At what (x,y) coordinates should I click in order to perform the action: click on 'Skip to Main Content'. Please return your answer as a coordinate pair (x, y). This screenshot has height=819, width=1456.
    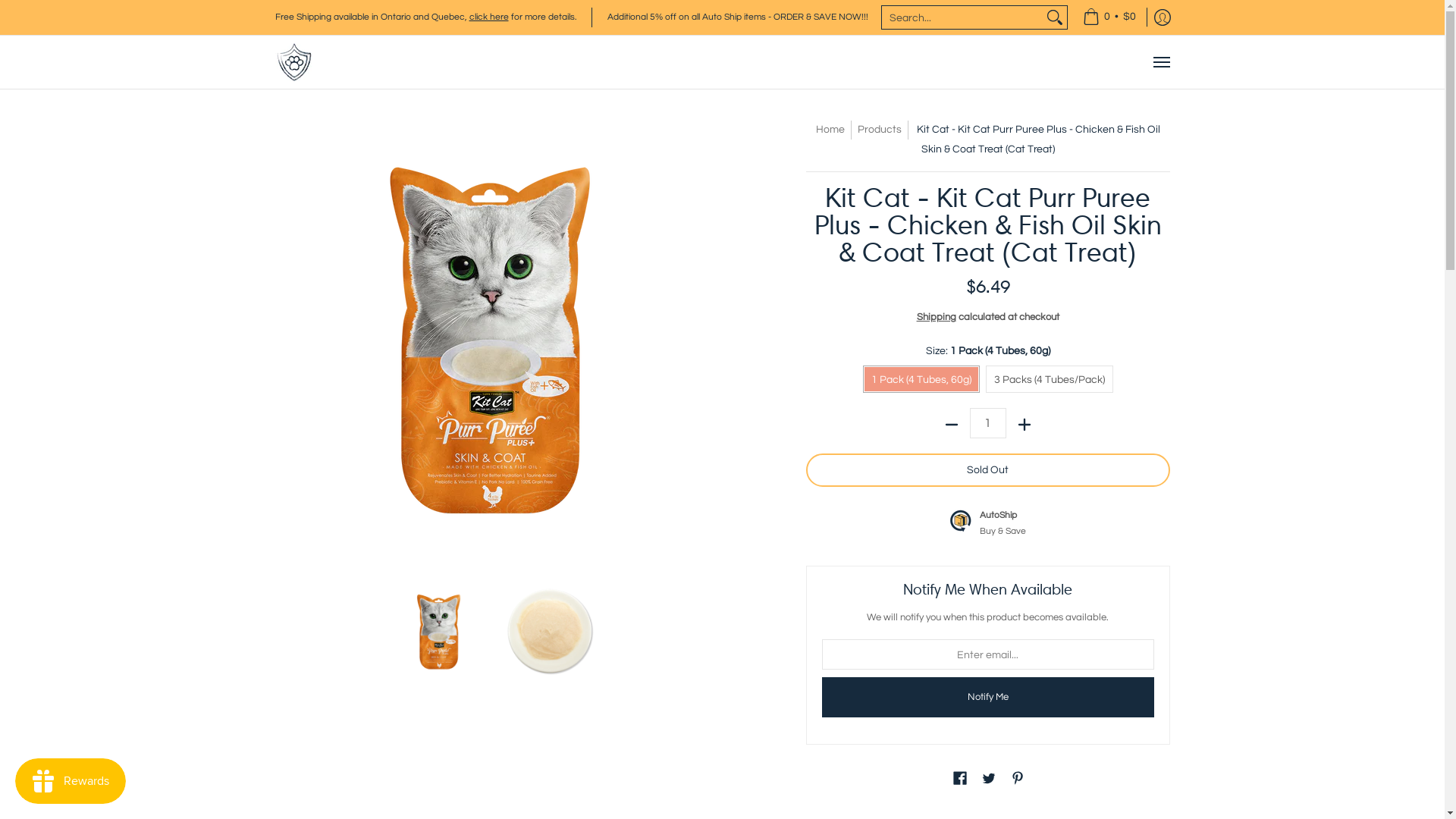
    Looking at the image, I should click on (0, 9).